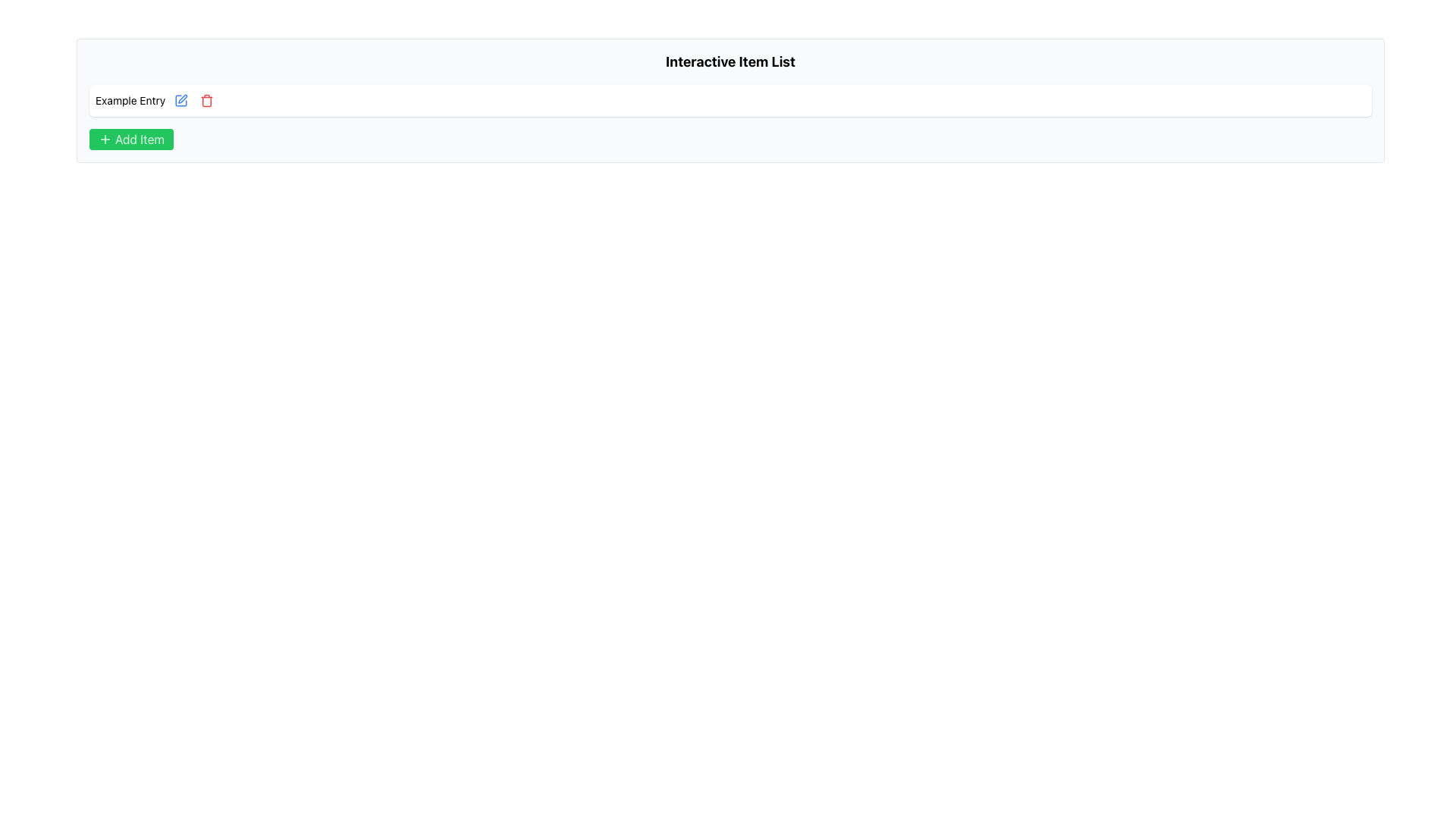 This screenshot has width=1456, height=819. I want to click on the Edit button icon, which resembles a blue pen on a square, located in the action bar, so click(181, 100).